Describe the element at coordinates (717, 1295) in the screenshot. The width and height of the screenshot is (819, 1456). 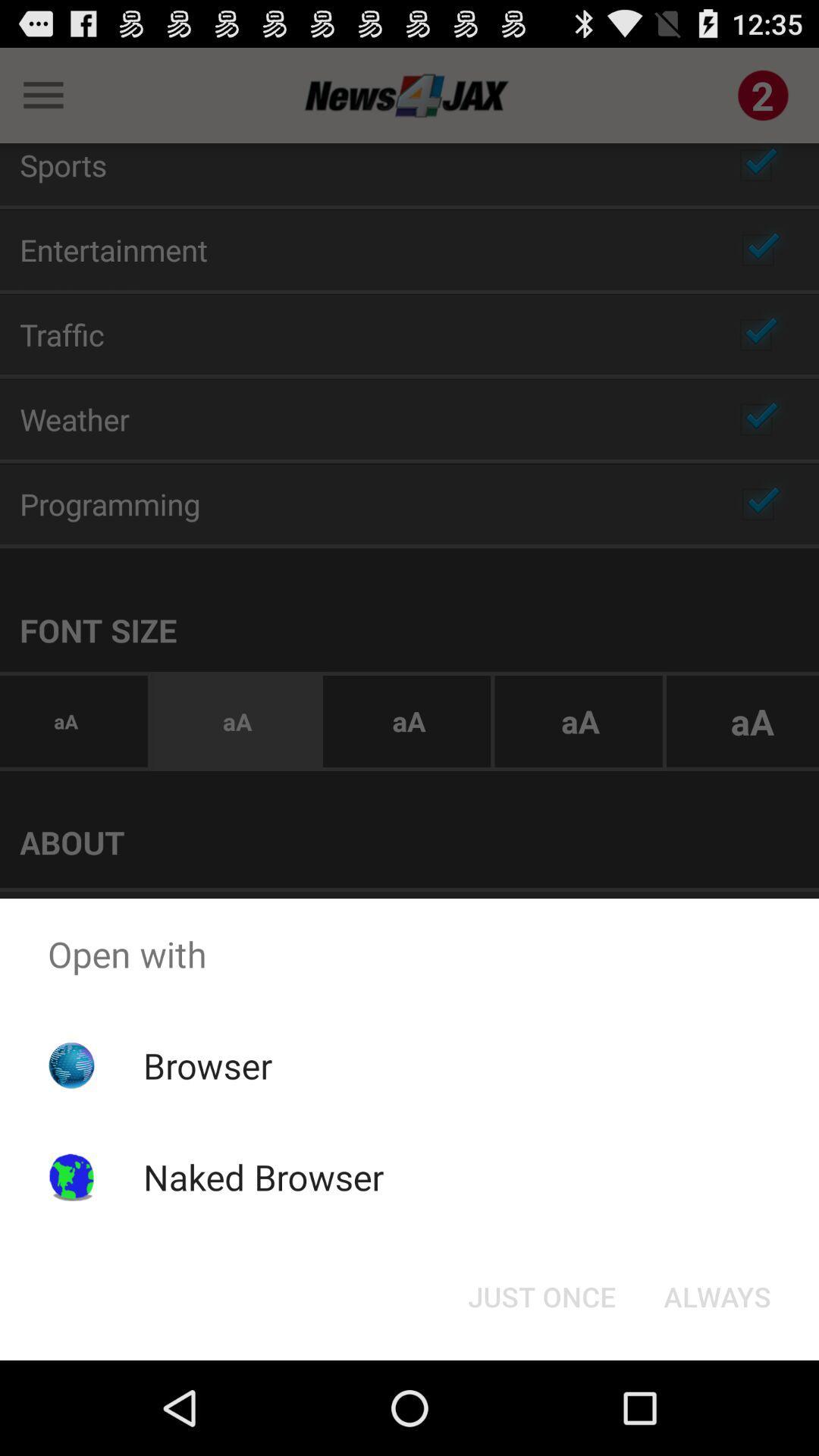
I see `the always button` at that location.